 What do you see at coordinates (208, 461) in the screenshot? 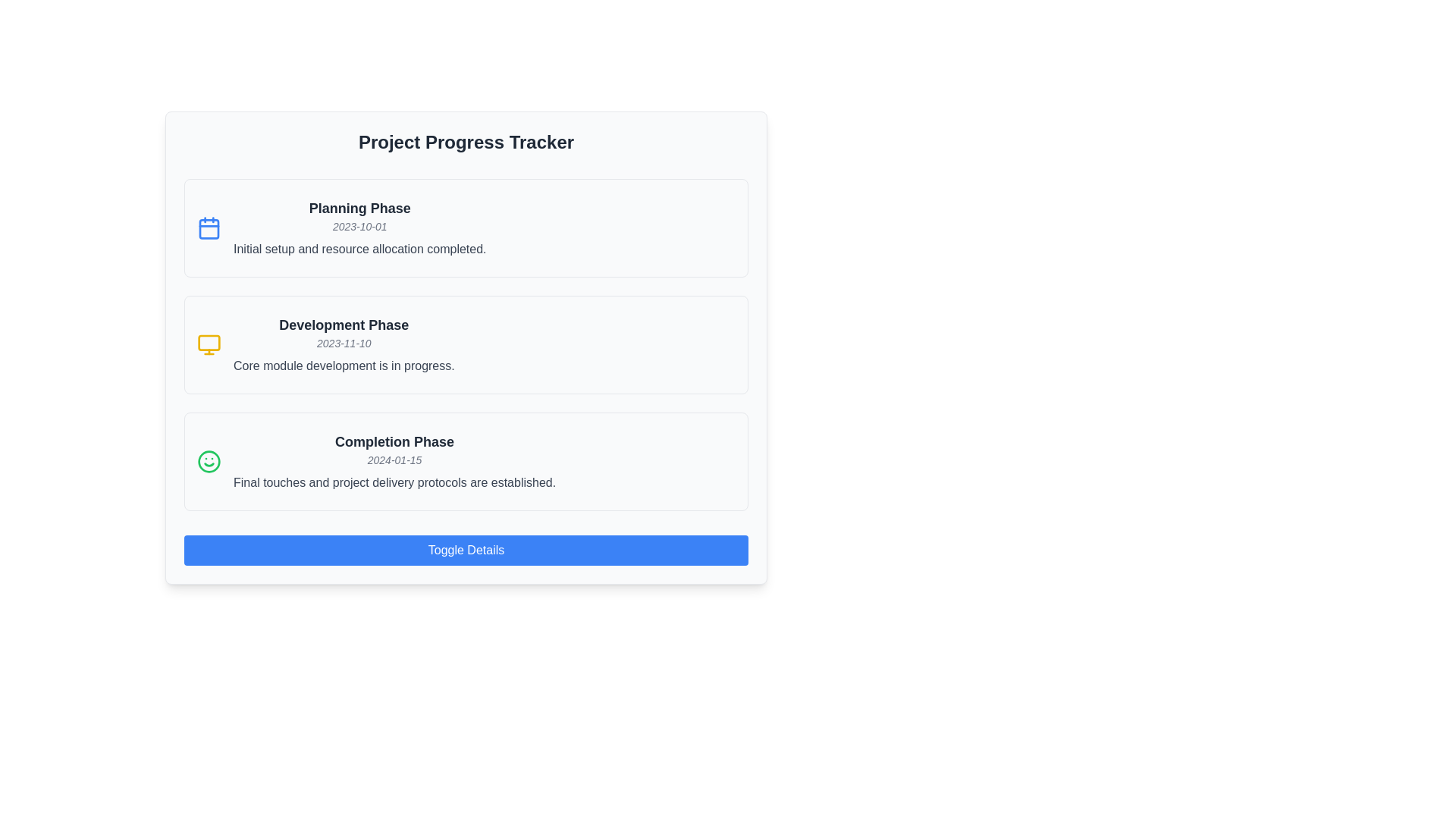
I see `the circular icon with a green border and smiling face illustration located to the left of the 'Completion Phase' title in the third section of the interface` at bounding box center [208, 461].